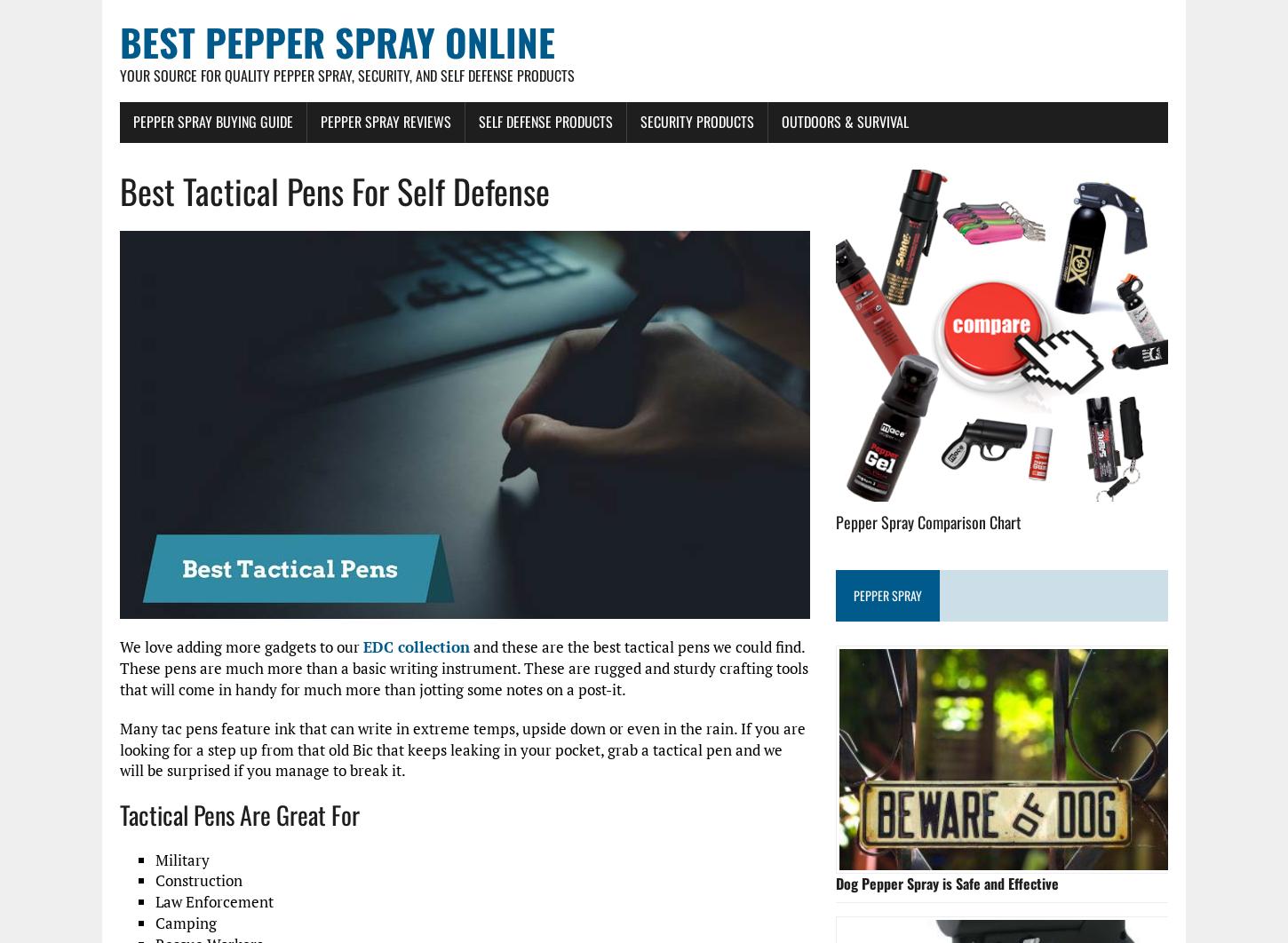 This screenshot has height=943, width=1288. Describe the element at coordinates (415, 646) in the screenshot. I see `'EDC collection'` at that location.